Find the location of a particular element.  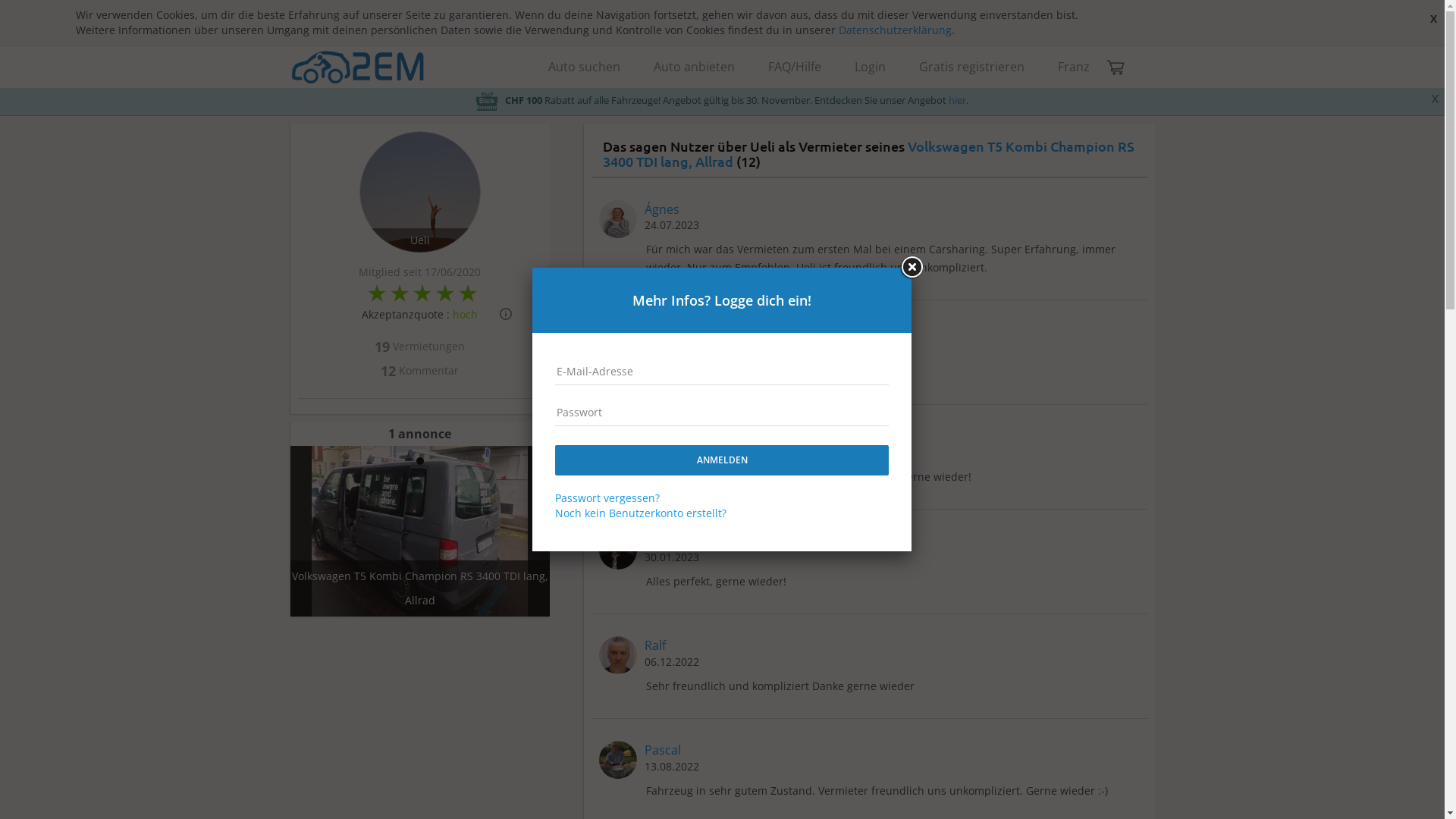

'Ralf' is located at coordinates (655, 645).